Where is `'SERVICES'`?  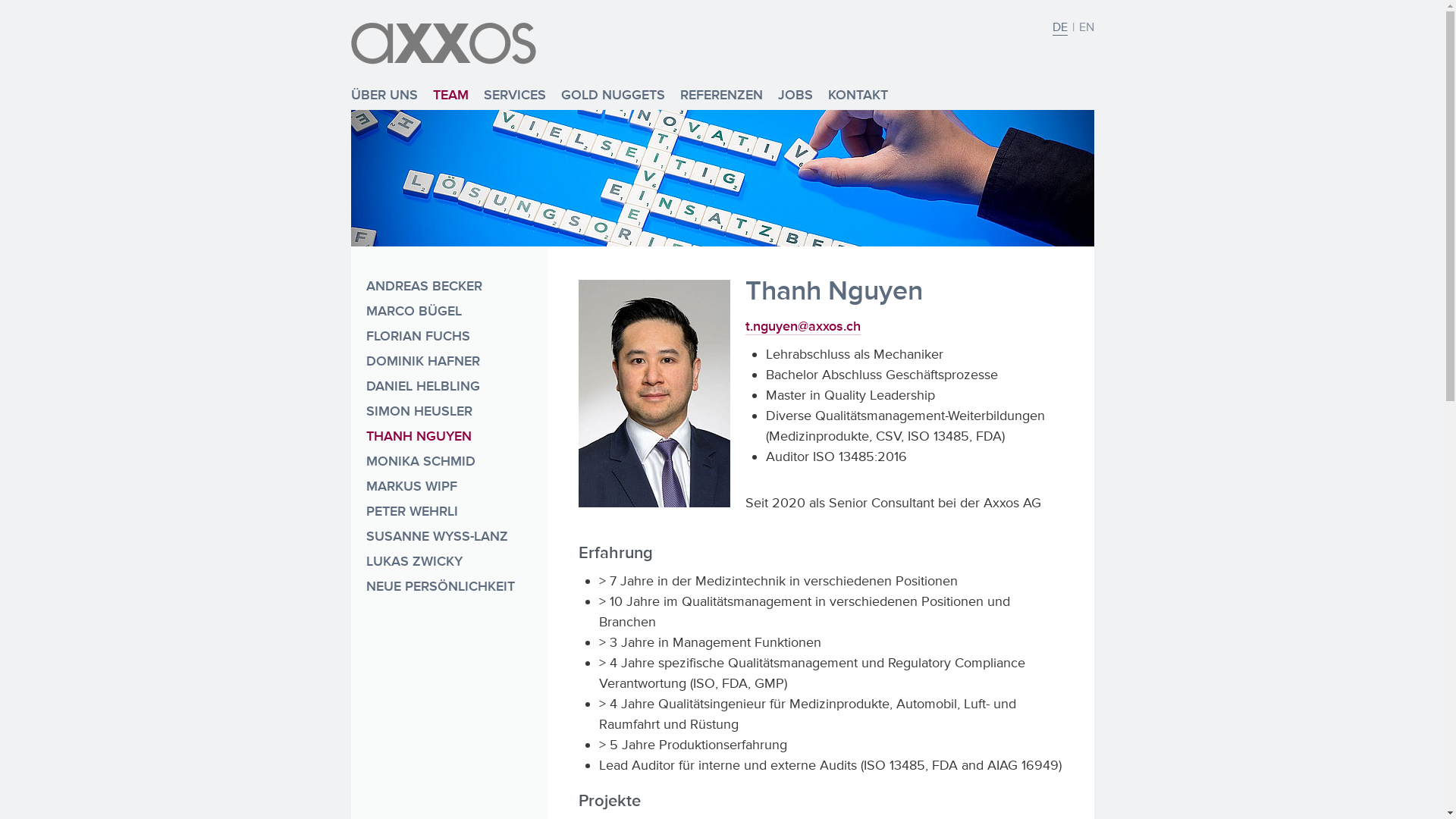
'SERVICES' is located at coordinates (514, 94).